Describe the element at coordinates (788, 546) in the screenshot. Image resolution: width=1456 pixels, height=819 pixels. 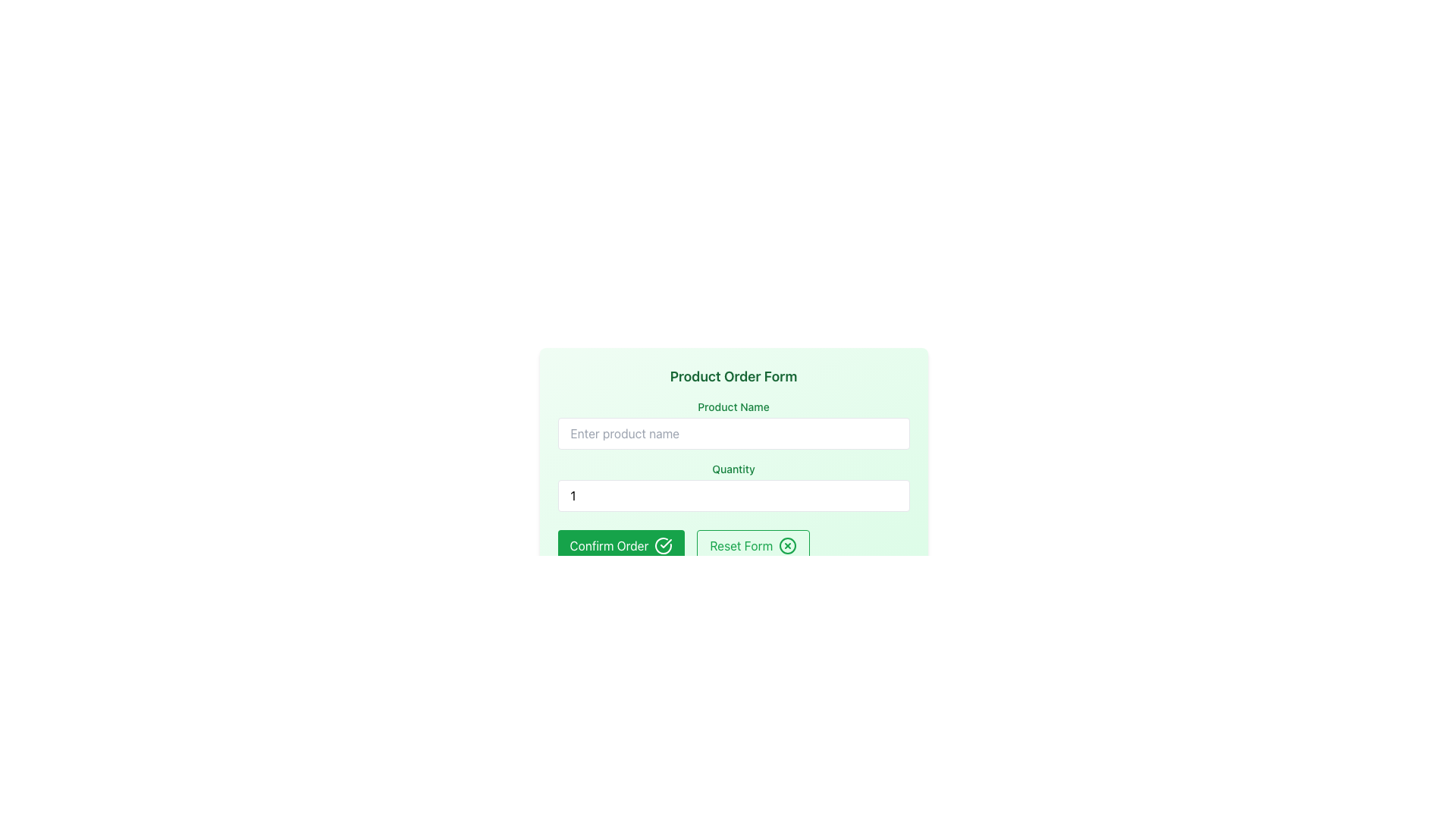
I see `the green circular border of the cancelation symbol located centrally within the 'Reset Form' button` at that location.